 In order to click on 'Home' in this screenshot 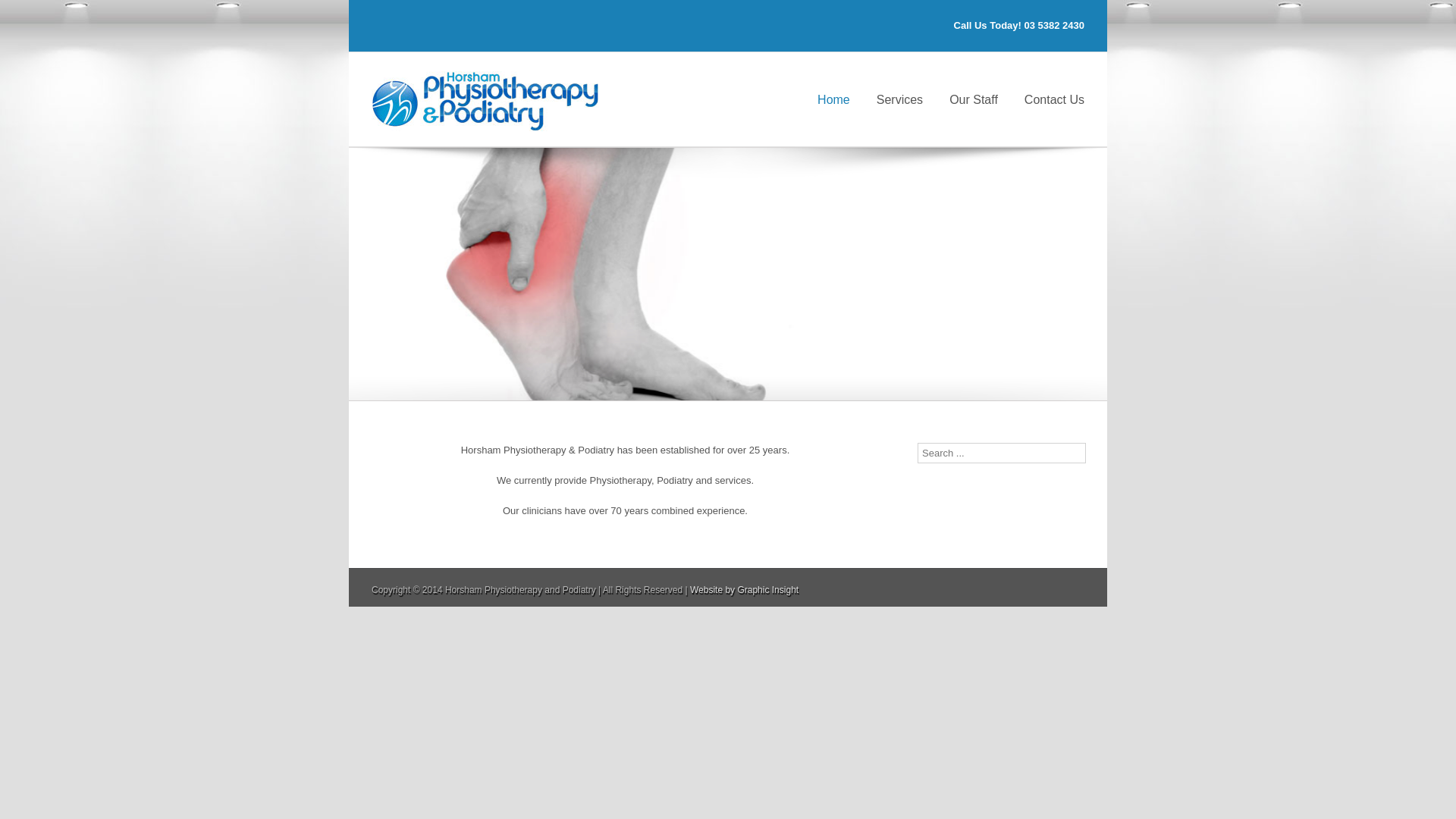, I will do `click(833, 99)`.